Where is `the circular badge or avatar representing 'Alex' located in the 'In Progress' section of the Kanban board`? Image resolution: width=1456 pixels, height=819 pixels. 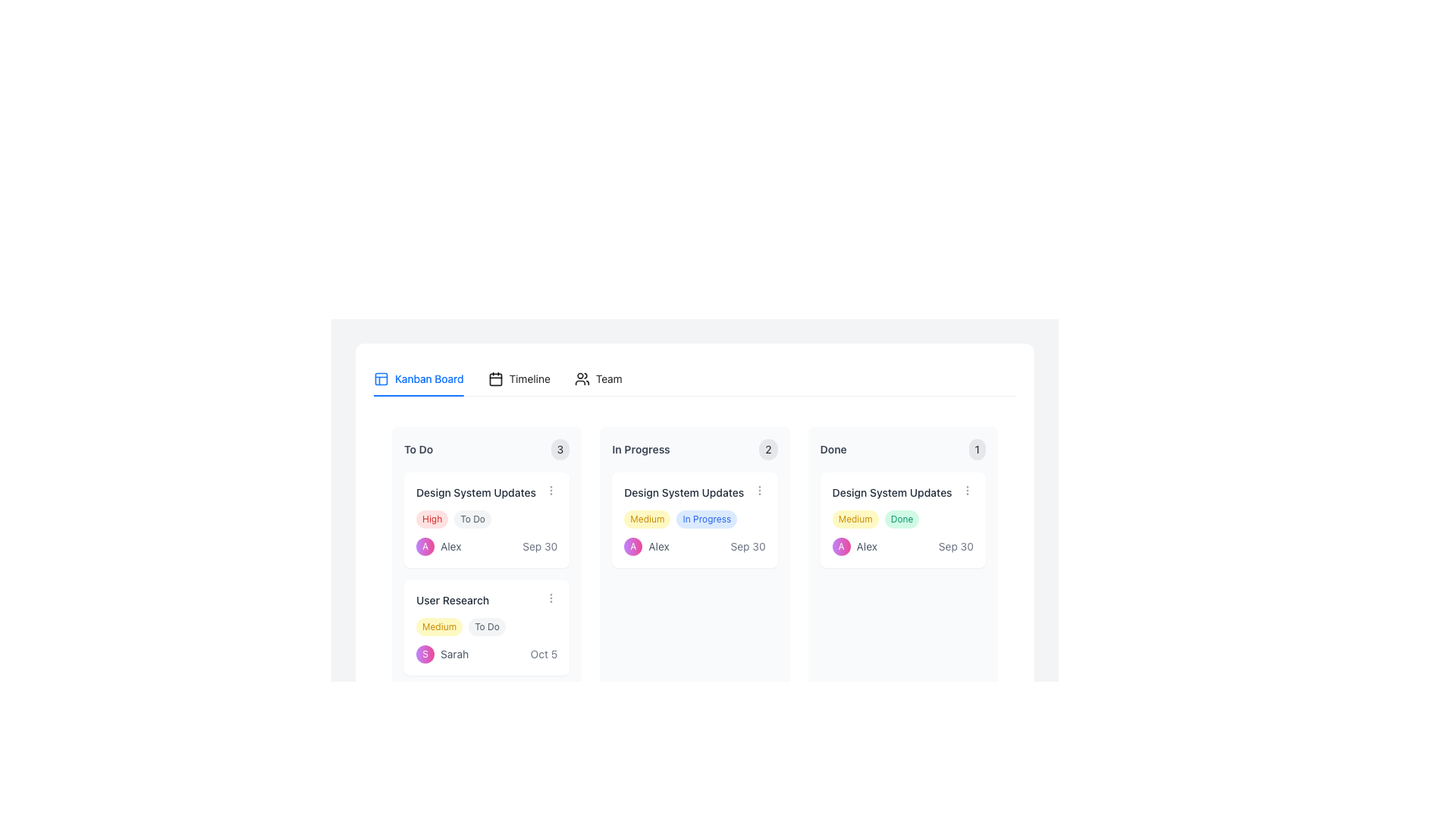 the circular badge or avatar representing 'Alex' located in the 'In Progress' section of the Kanban board is located at coordinates (633, 547).